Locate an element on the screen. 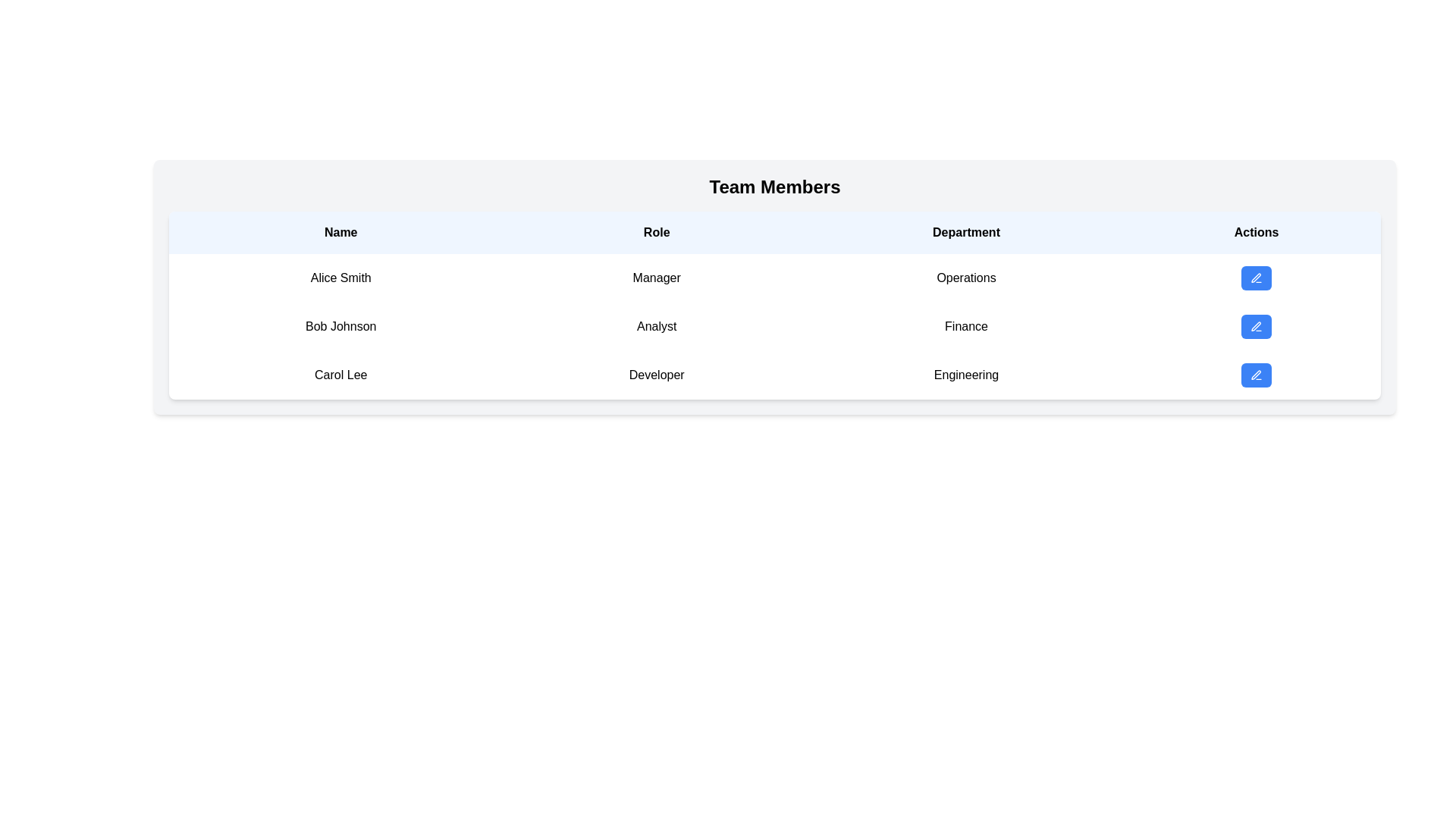 The image size is (1456, 819). the third edit button in the 'Actions' column of the table for 'Carol Lee' is located at coordinates (1256, 375).